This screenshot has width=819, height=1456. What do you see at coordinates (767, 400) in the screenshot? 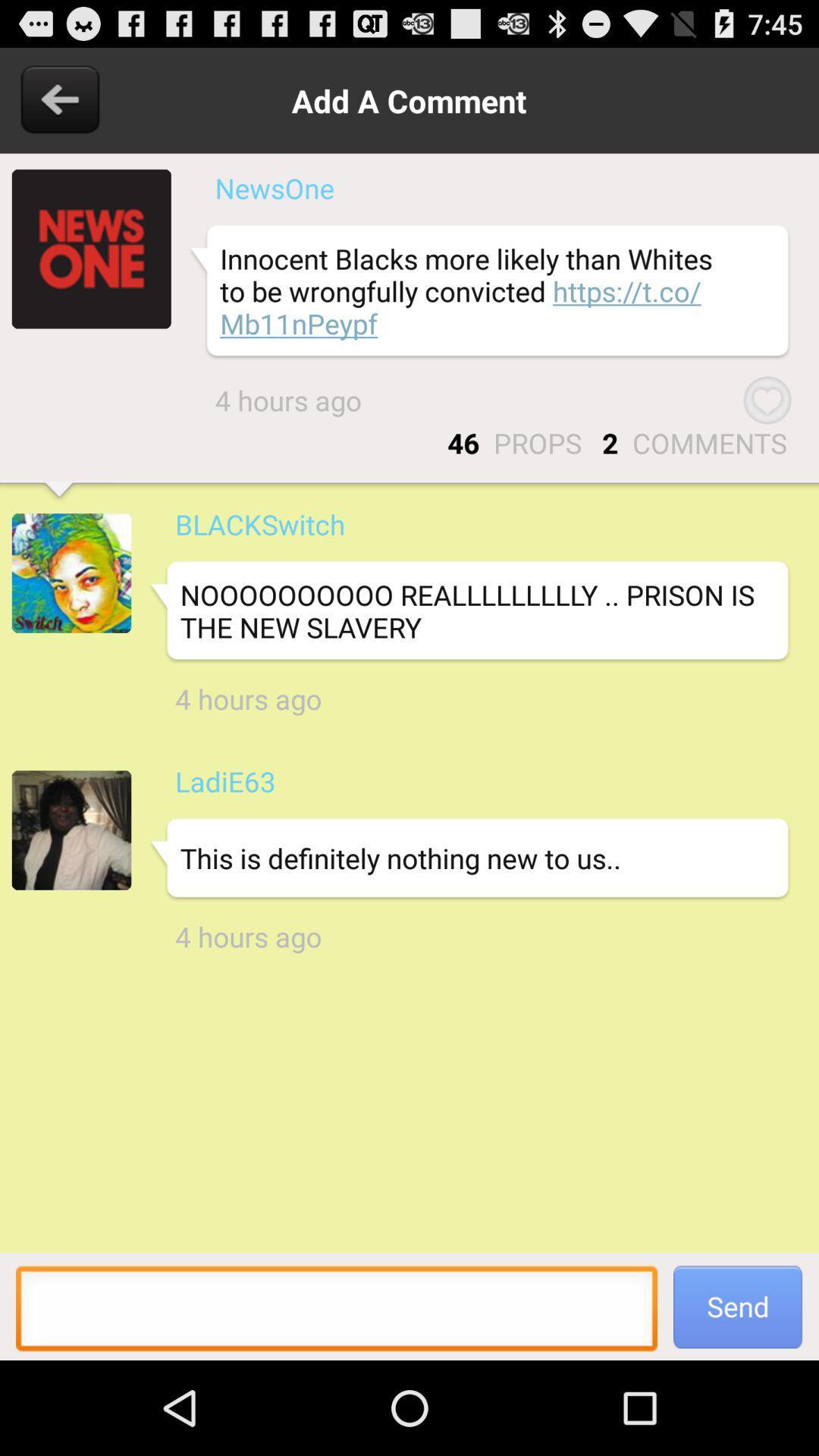
I see `app to the right of the 4 hours ago icon` at bounding box center [767, 400].